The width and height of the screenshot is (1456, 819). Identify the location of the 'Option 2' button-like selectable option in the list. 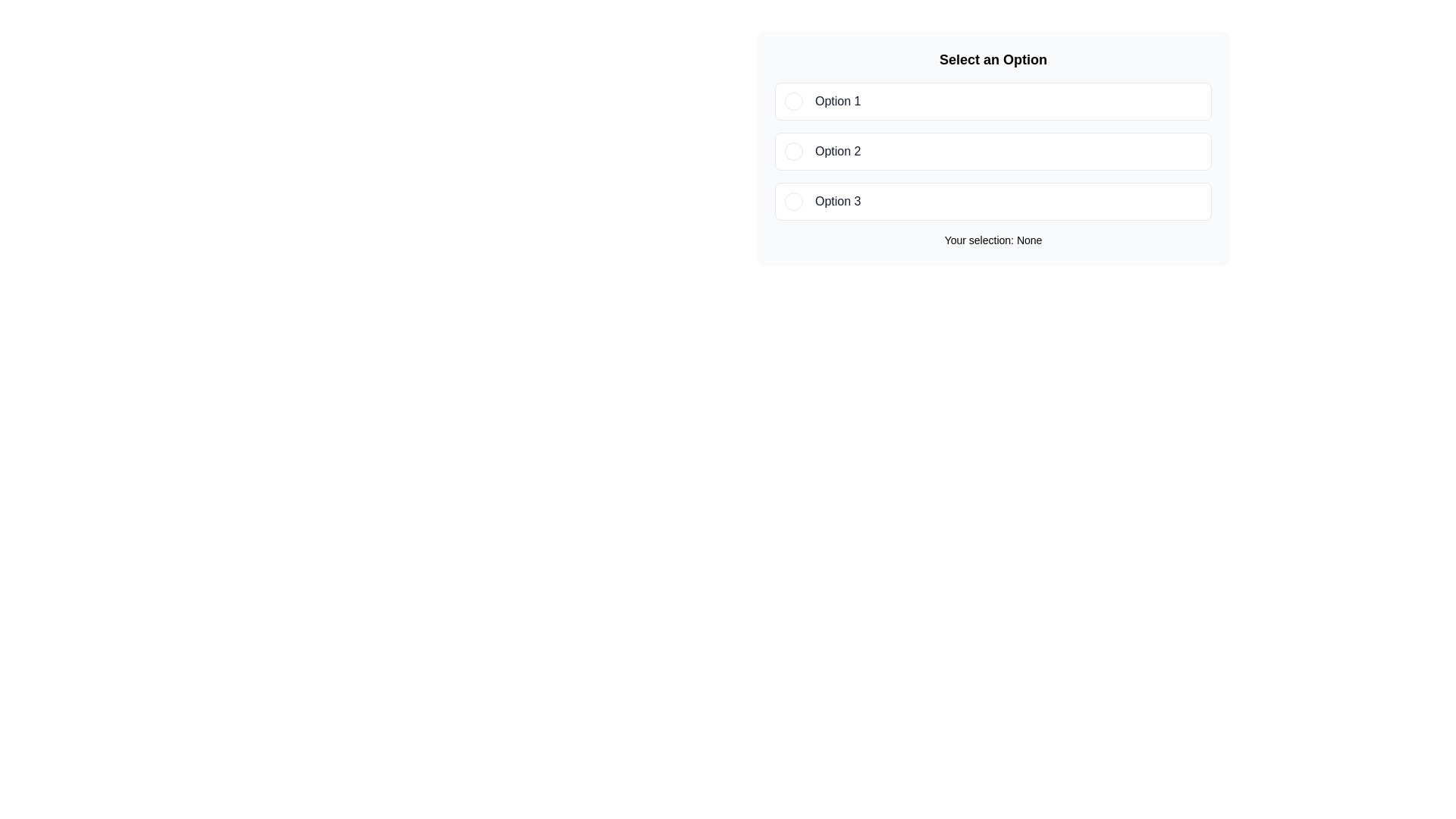
(993, 152).